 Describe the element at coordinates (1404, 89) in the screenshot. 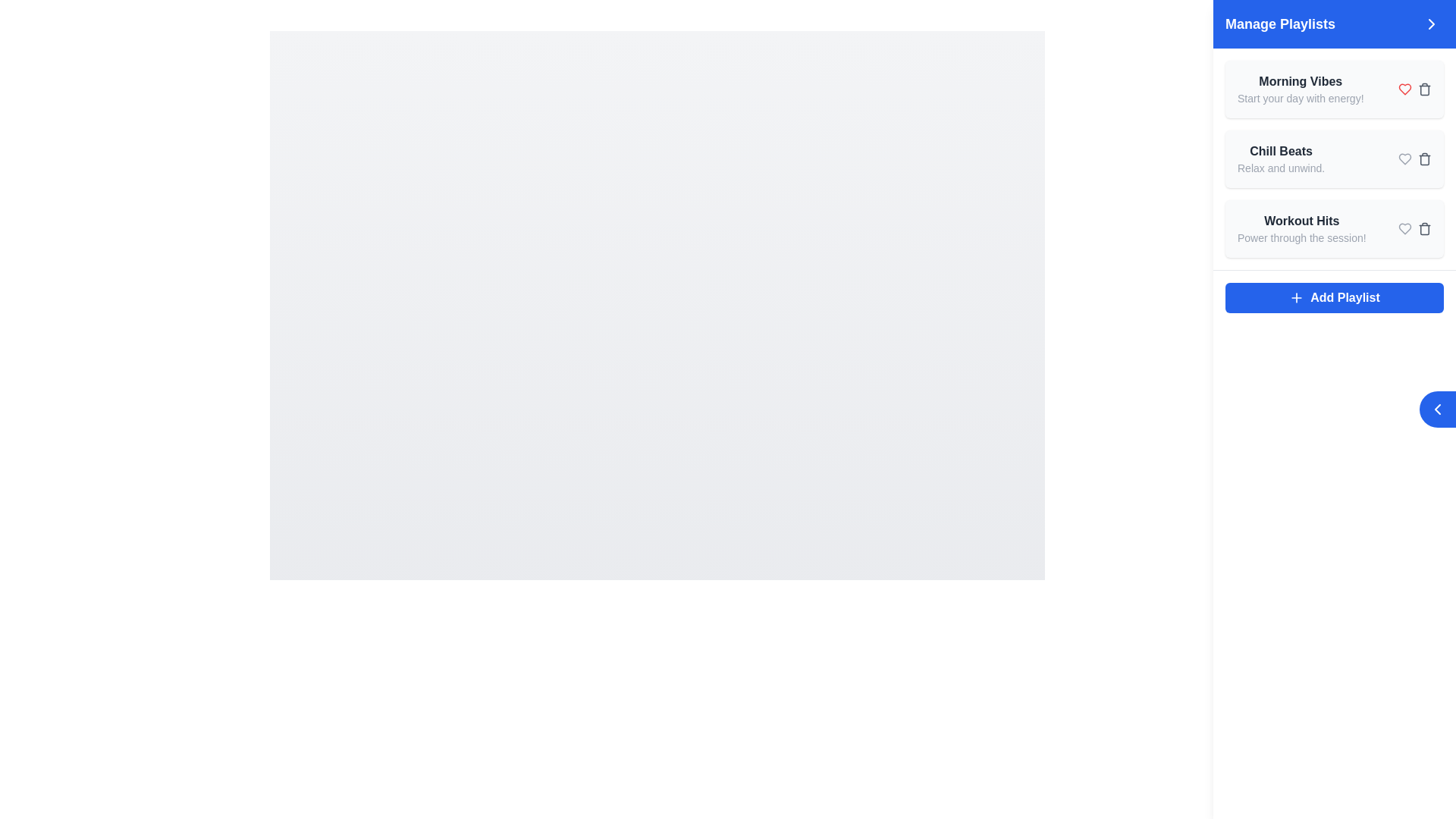

I see `the favorite icon button located in the 'Morning Vibes' playlist section` at that location.